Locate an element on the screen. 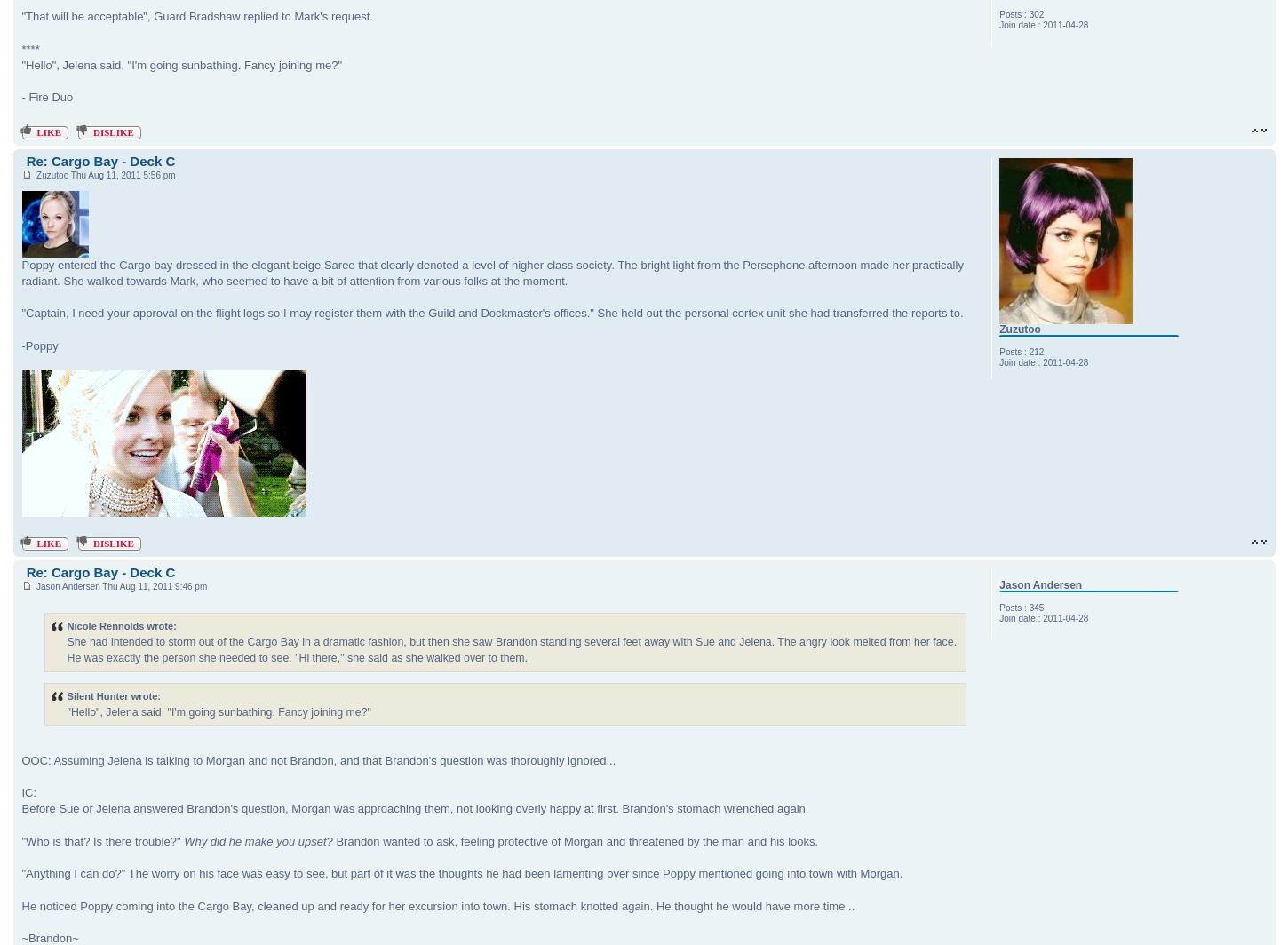  '302' is located at coordinates (1027, 14).